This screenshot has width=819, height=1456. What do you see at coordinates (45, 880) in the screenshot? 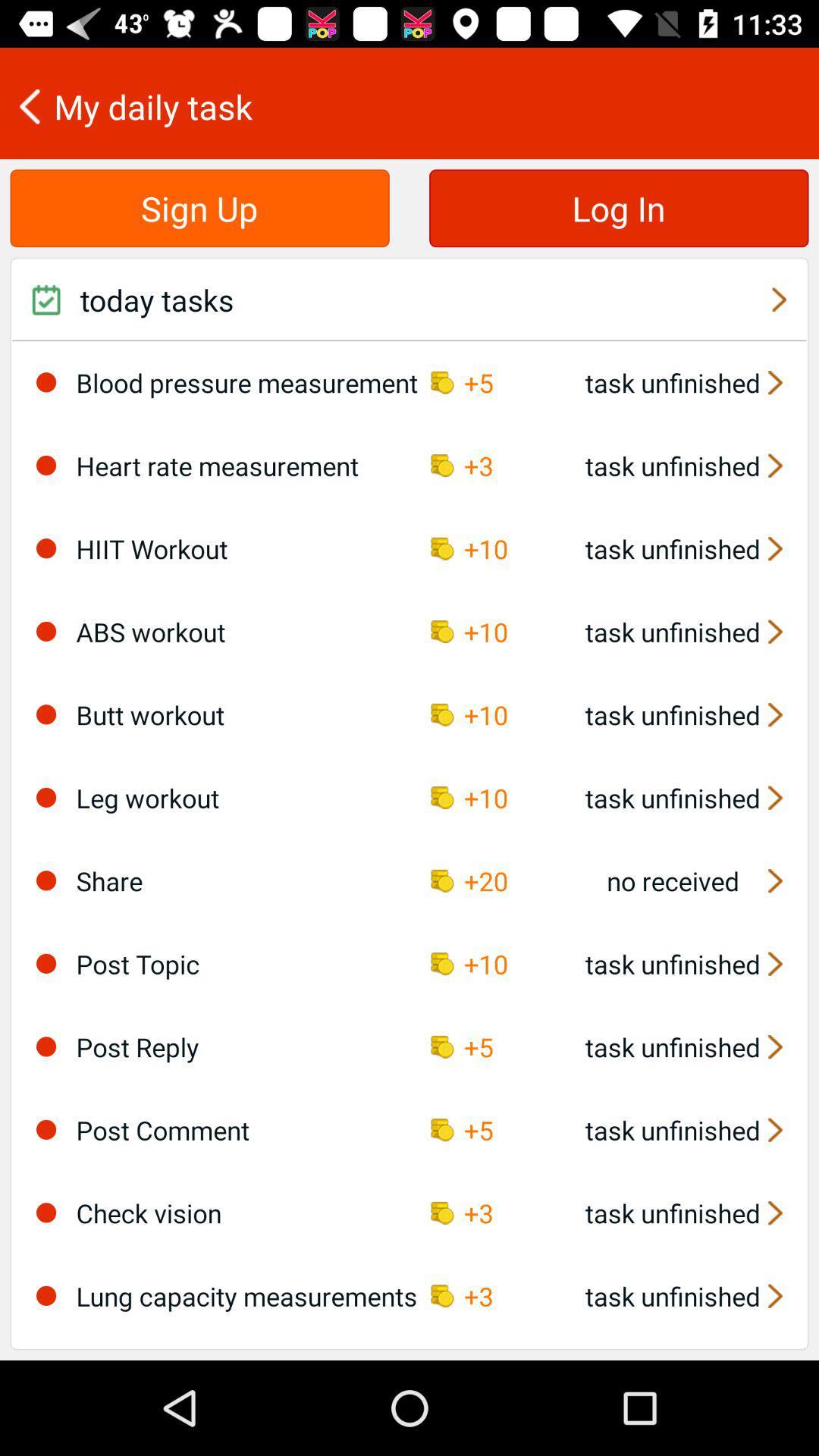
I see `share task` at bounding box center [45, 880].